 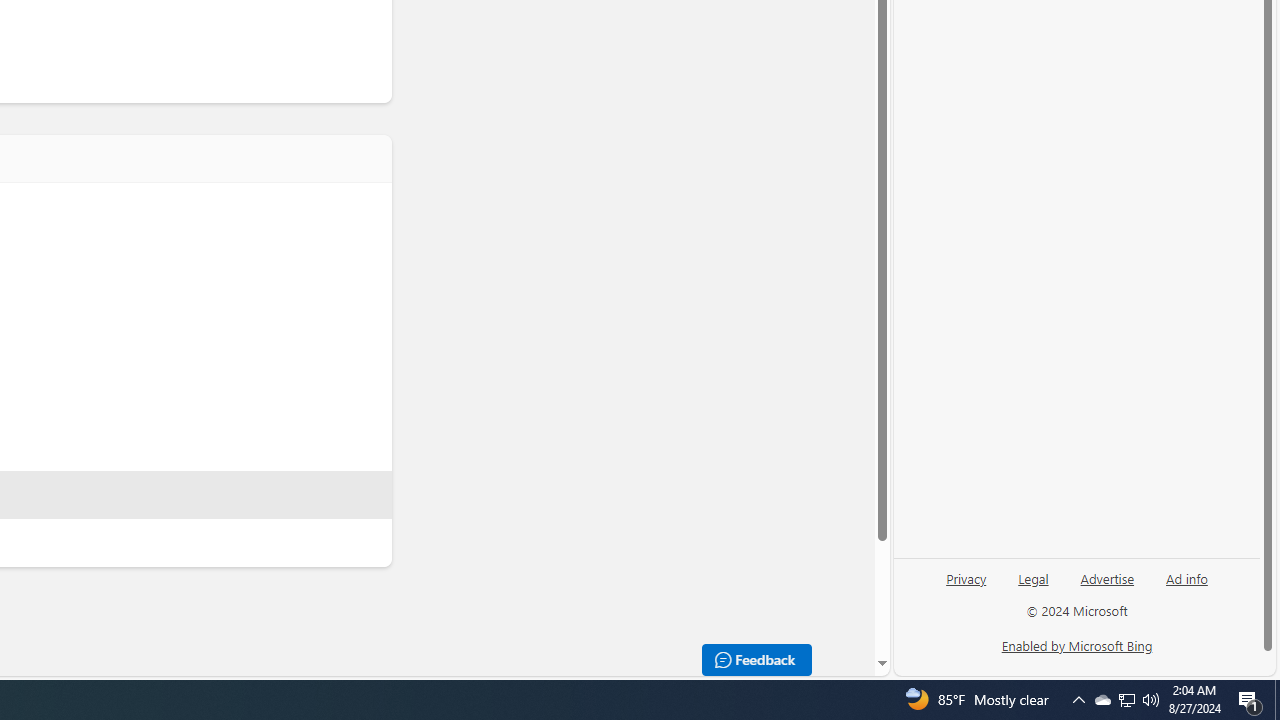 What do you see at coordinates (1186, 585) in the screenshot?
I see `'Ad info'` at bounding box center [1186, 585].